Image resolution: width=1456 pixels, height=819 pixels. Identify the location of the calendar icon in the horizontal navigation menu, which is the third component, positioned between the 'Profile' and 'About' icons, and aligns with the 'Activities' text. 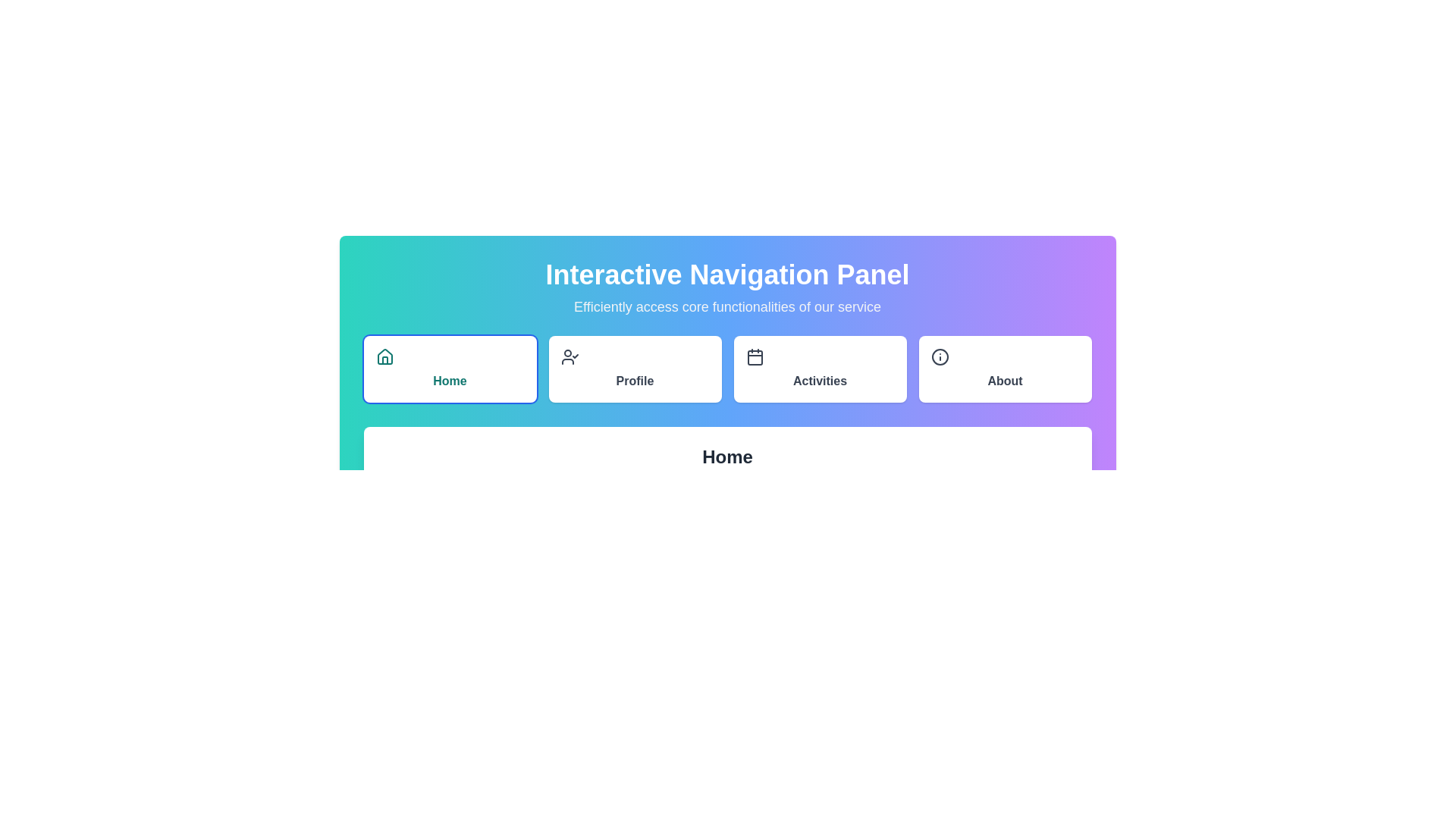
(755, 357).